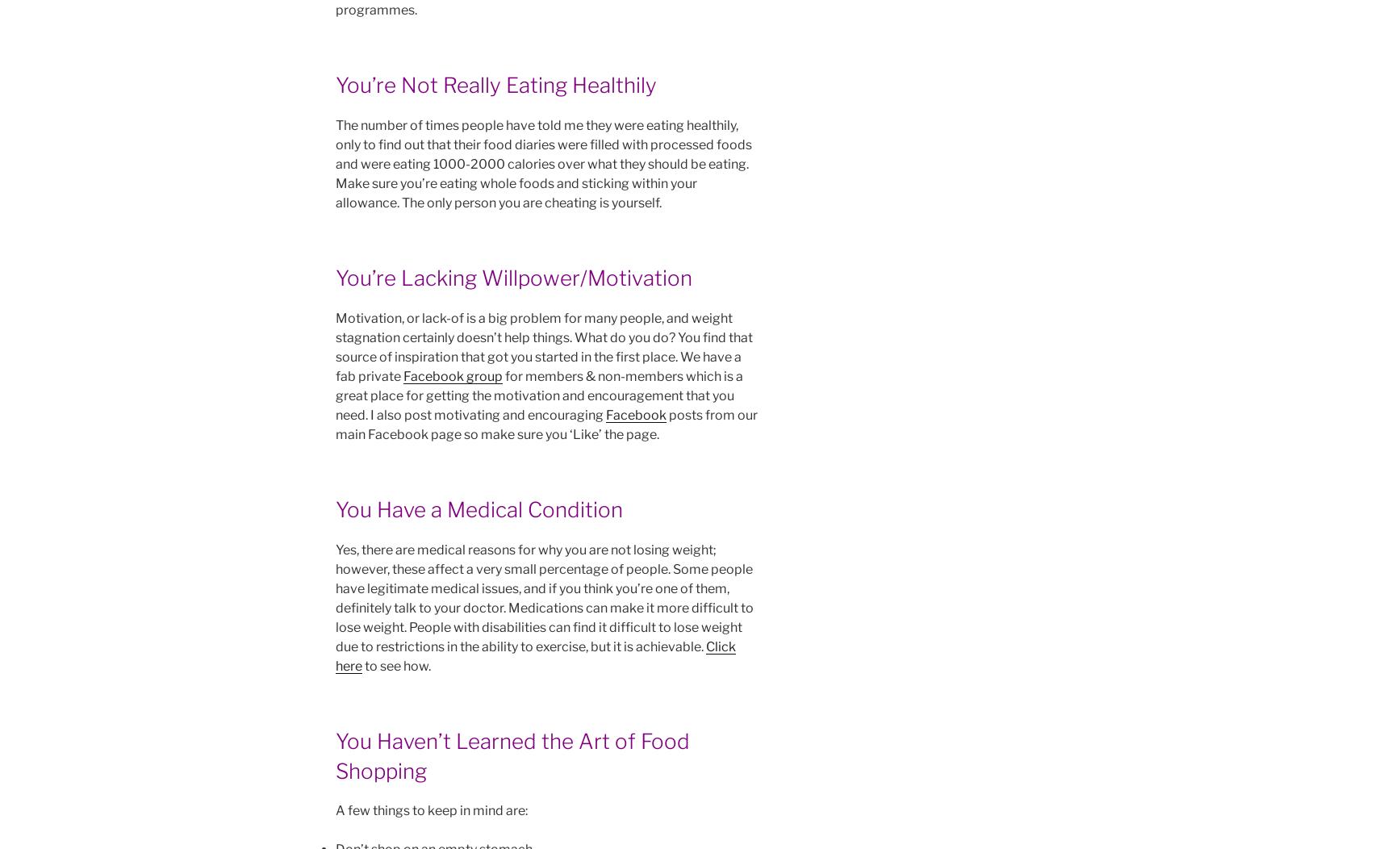 The width and height of the screenshot is (1400, 849). I want to click on 'A few things to keep in mind are:', so click(431, 810).